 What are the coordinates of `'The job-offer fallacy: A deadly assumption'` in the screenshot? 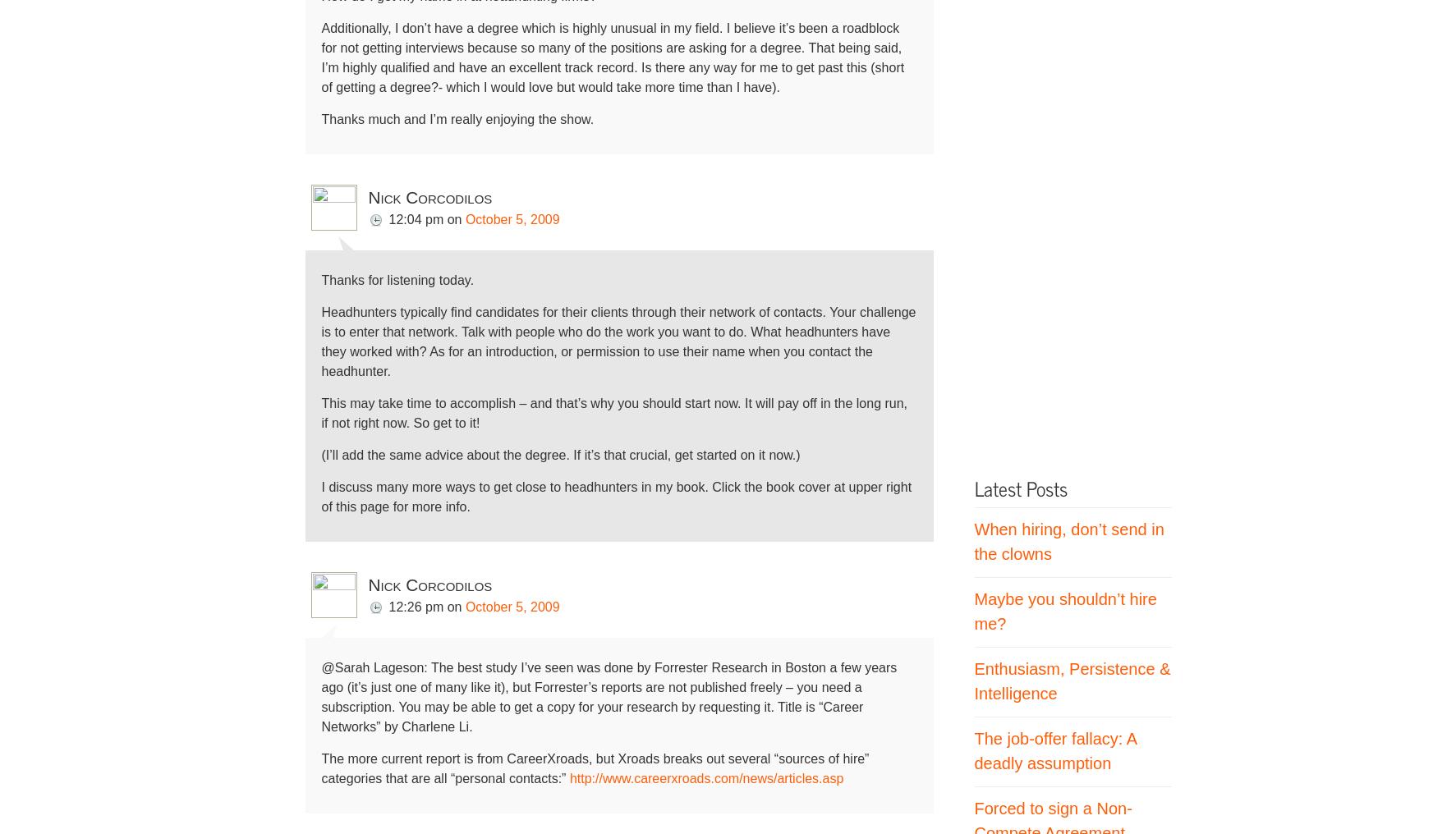 It's located at (972, 749).